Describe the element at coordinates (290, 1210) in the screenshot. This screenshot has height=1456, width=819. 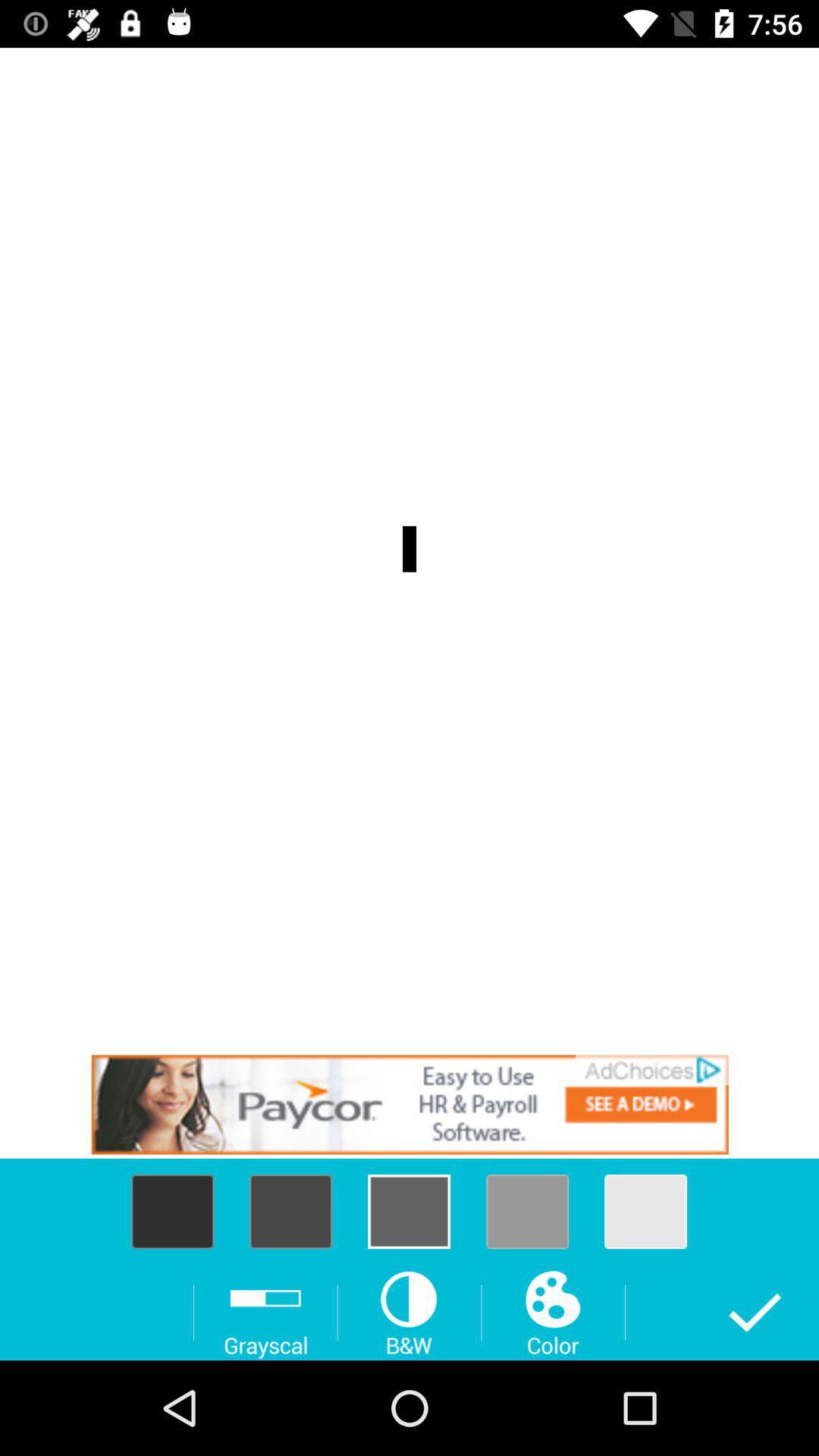
I see `the location icon` at that location.